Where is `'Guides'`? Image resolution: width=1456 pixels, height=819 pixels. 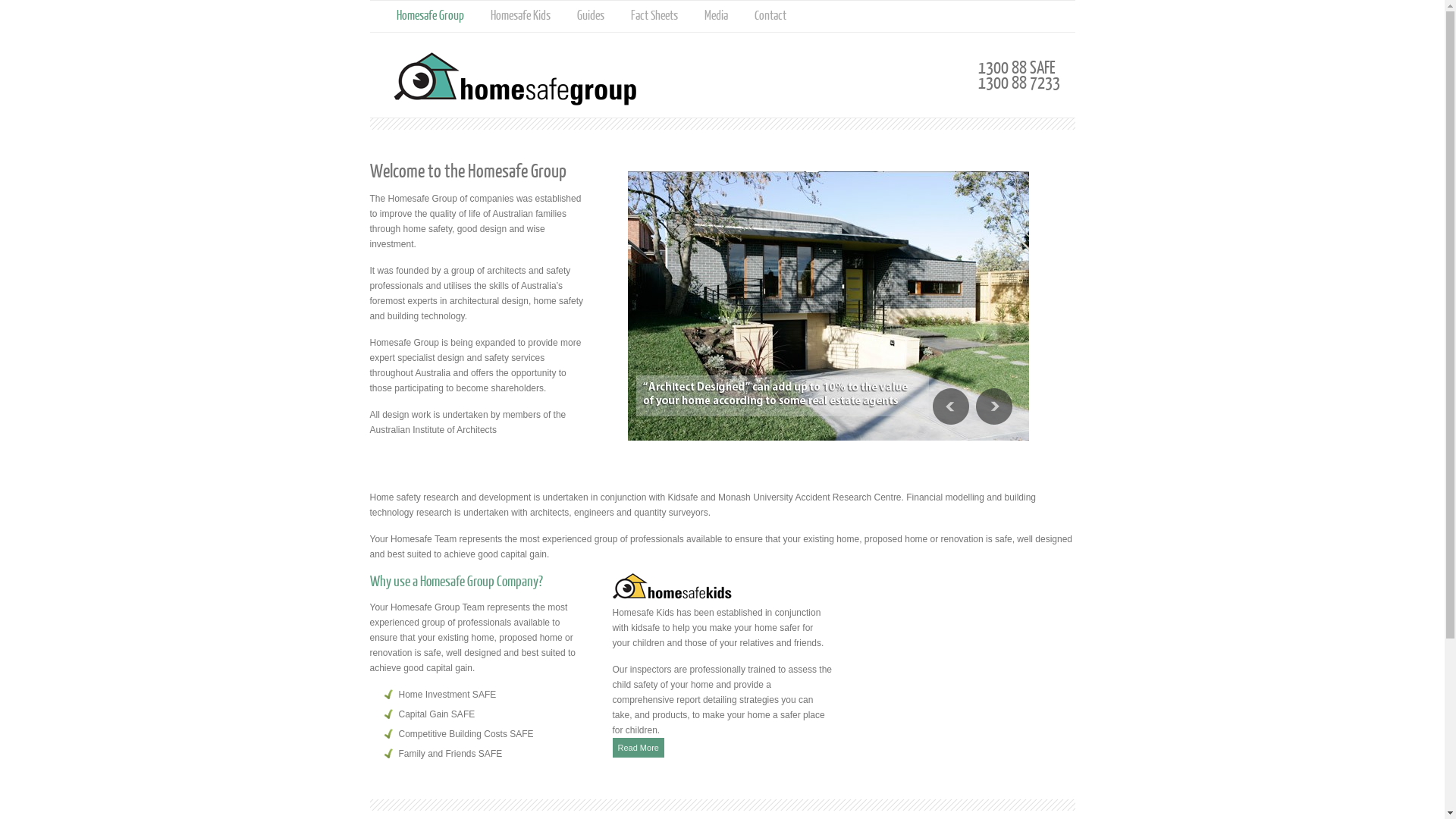
'Guides' is located at coordinates (588, 14).